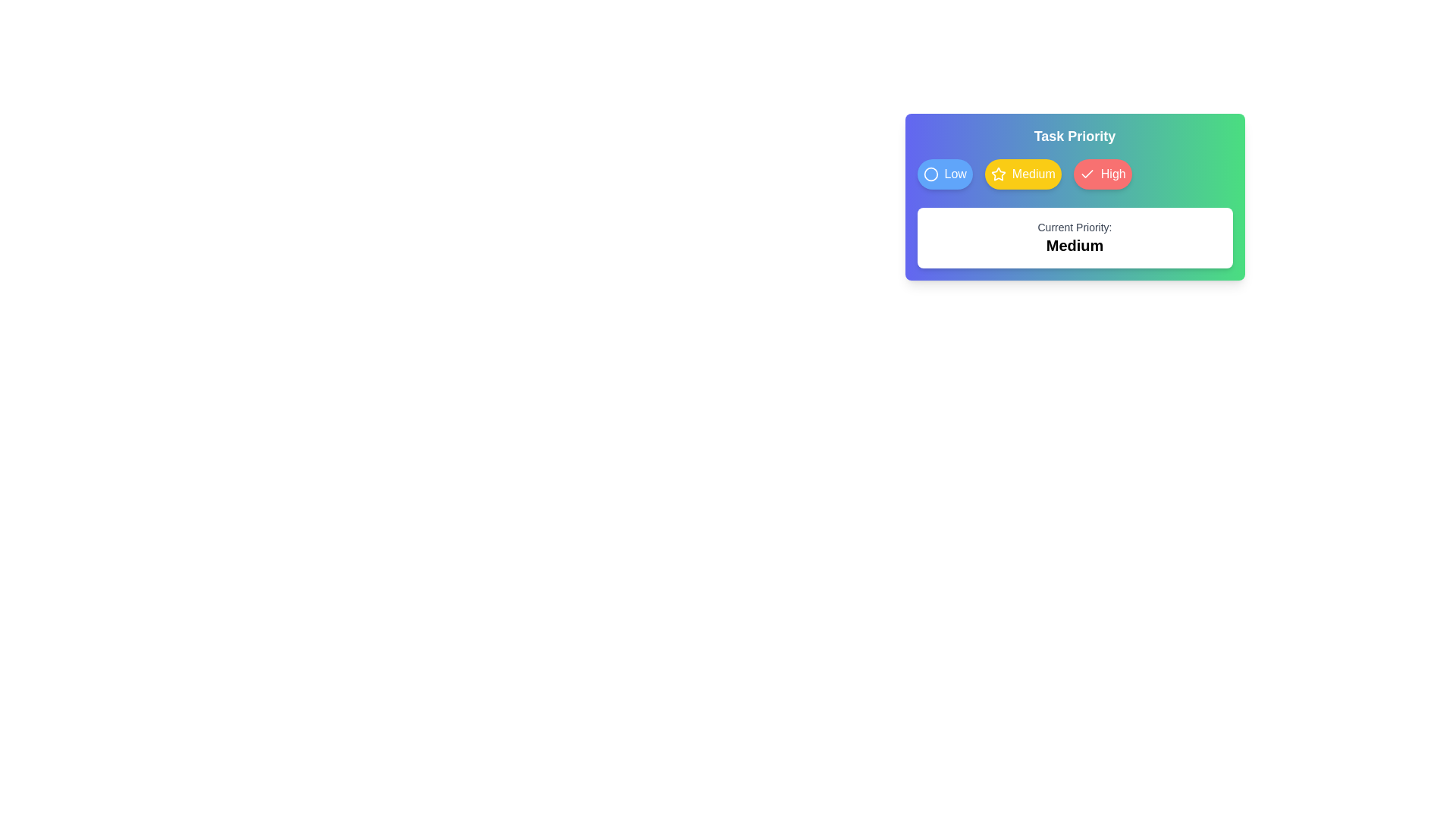  Describe the element at coordinates (1086, 173) in the screenshot. I see `checkmark icon confirming the selection of an item, which is positioned after the 'Medium Priority' button` at that location.